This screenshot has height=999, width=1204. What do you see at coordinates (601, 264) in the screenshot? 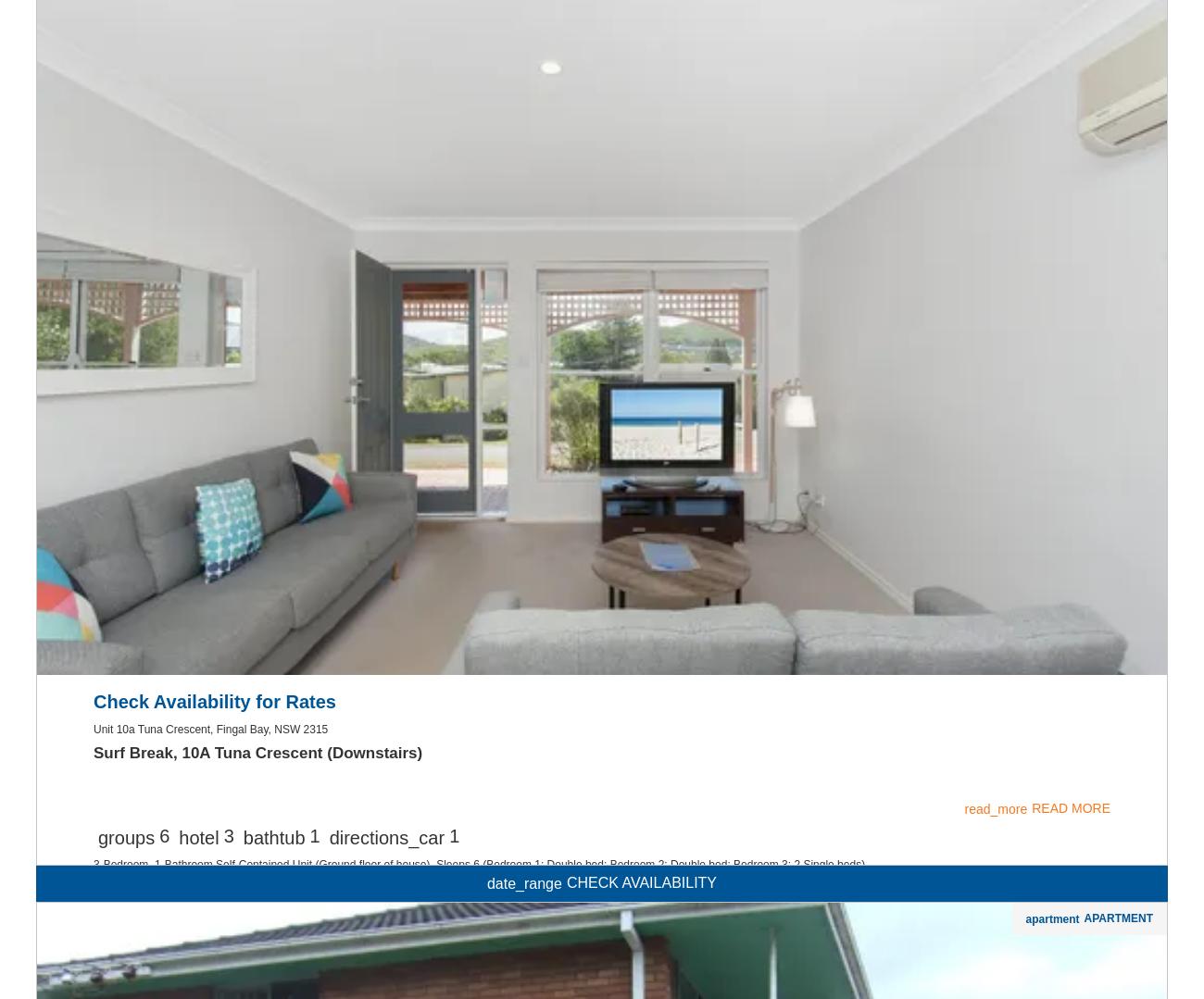
I see `'local_laundry_service'` at bounding box center [601, 264].